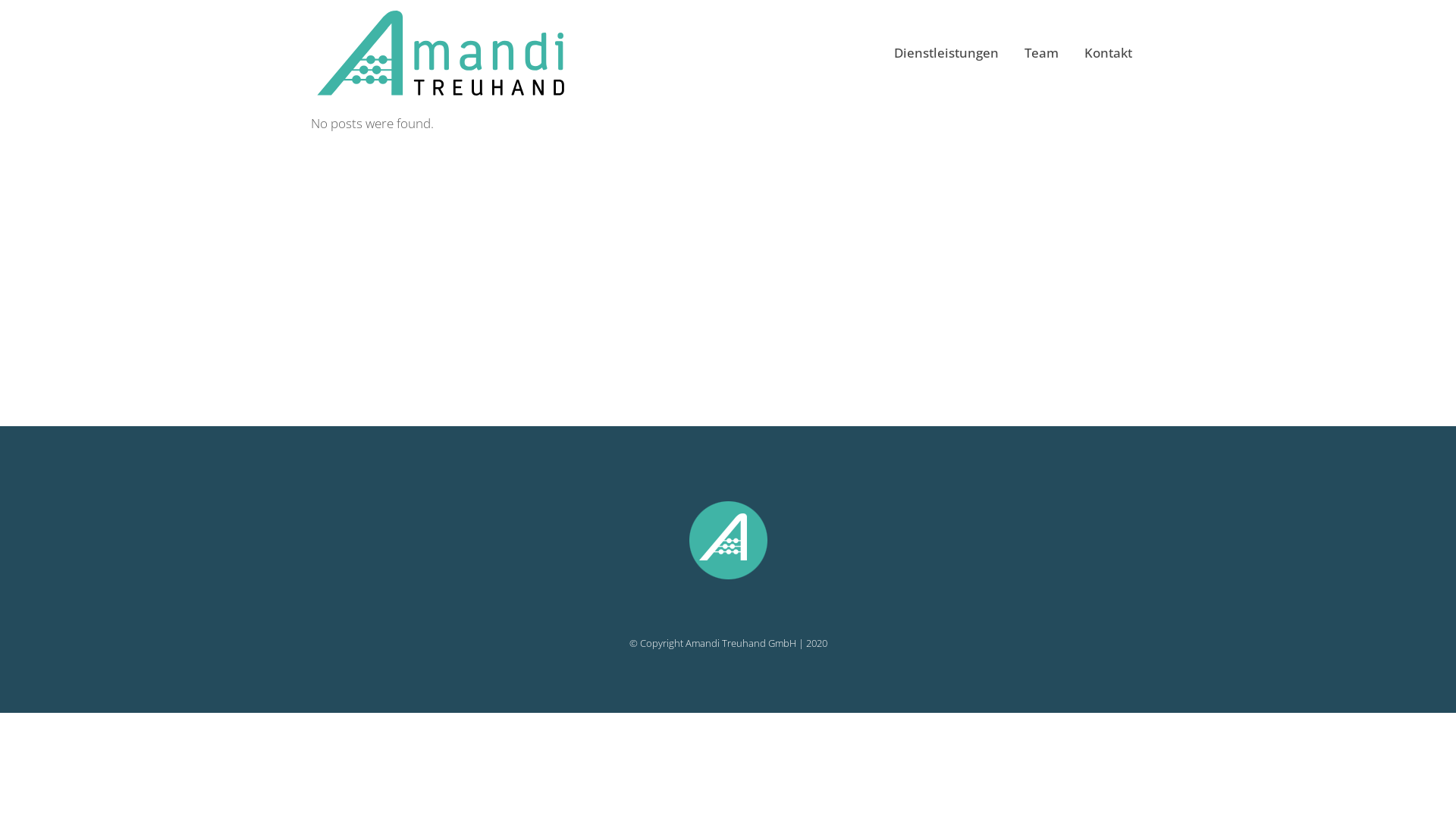  What do you see at coordinates (946, 52) in the screenshot?
I see `'Dienstleistungen'` at bounding box center [946, 52].